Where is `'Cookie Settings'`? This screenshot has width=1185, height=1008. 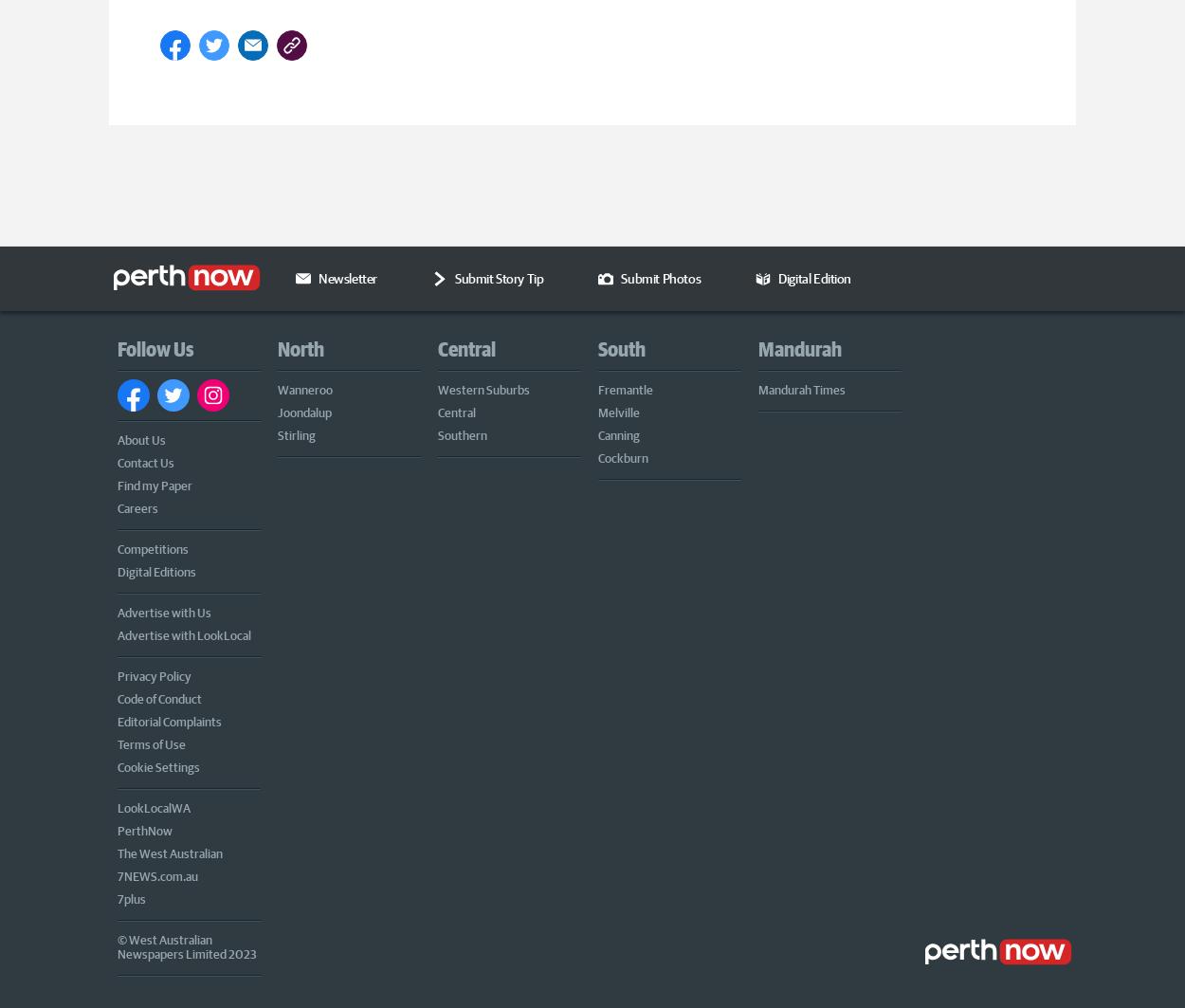
'Cookie Settings' is located at coordinates (158, 764).